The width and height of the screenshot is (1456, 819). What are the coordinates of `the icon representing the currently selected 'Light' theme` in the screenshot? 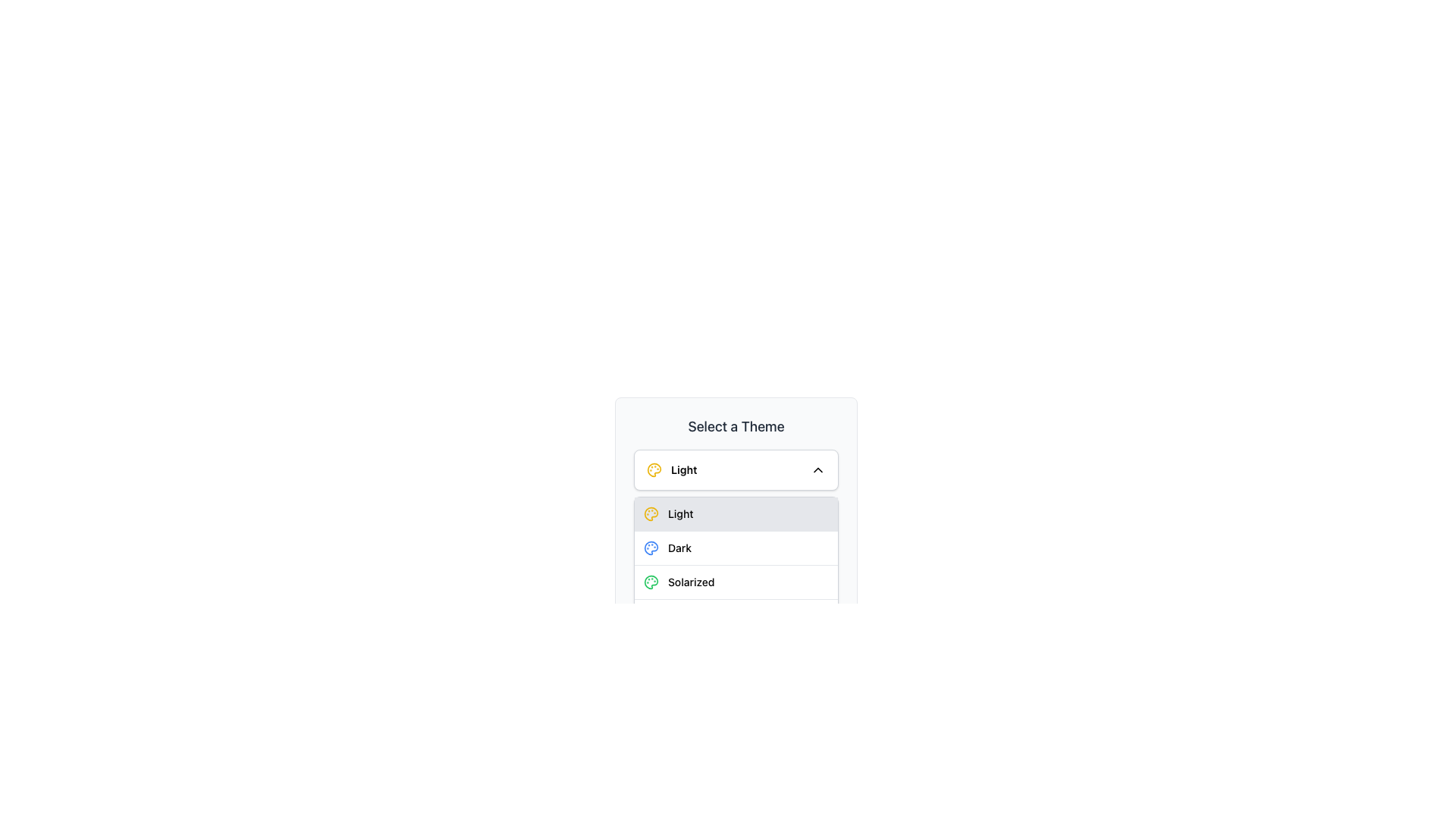 It's located at (671, 469).